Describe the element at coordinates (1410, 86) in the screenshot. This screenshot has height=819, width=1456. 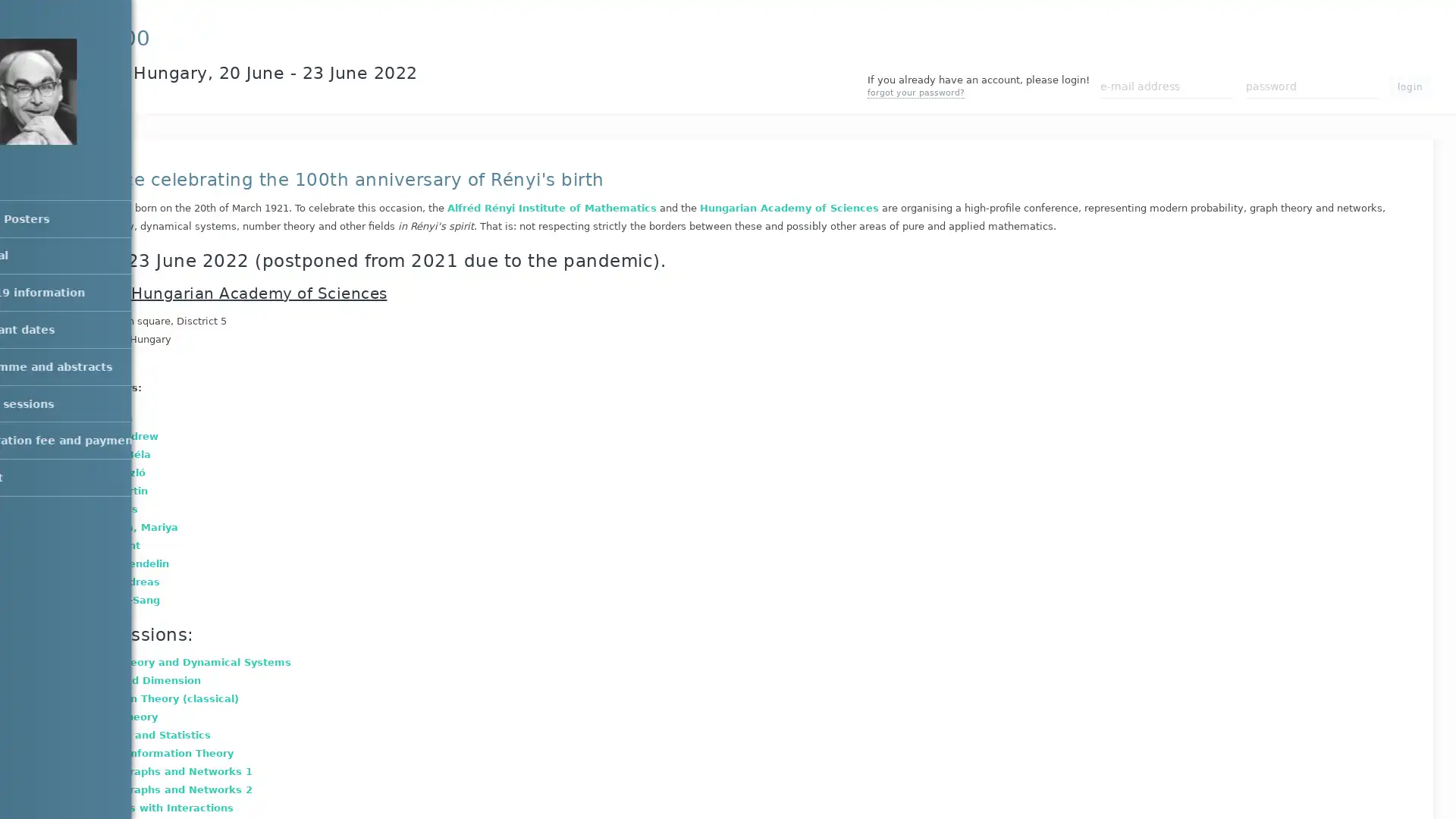
I see `login` at that location.